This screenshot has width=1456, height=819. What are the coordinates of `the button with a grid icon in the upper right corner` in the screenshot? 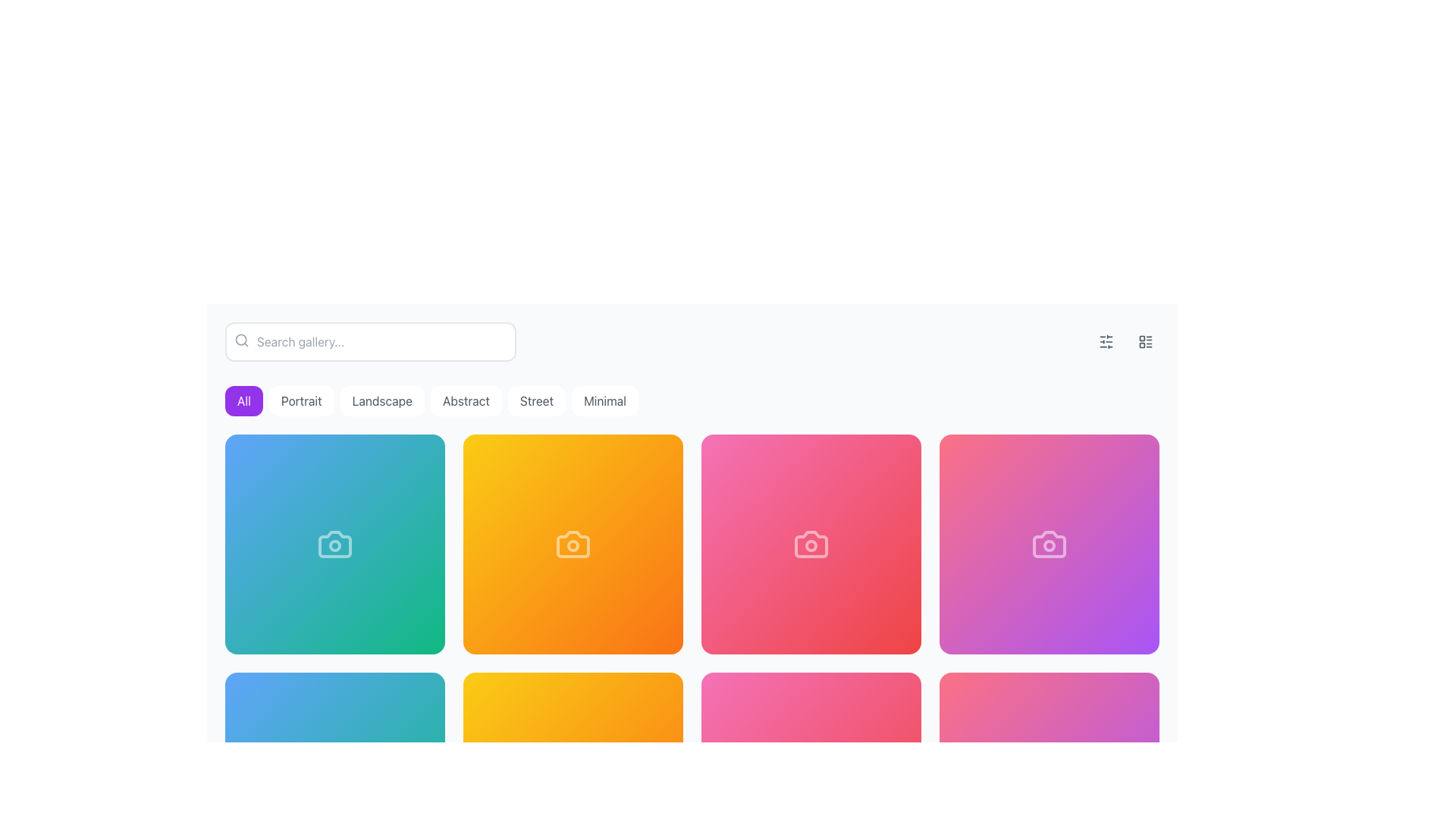 It's located at (1146, 342).